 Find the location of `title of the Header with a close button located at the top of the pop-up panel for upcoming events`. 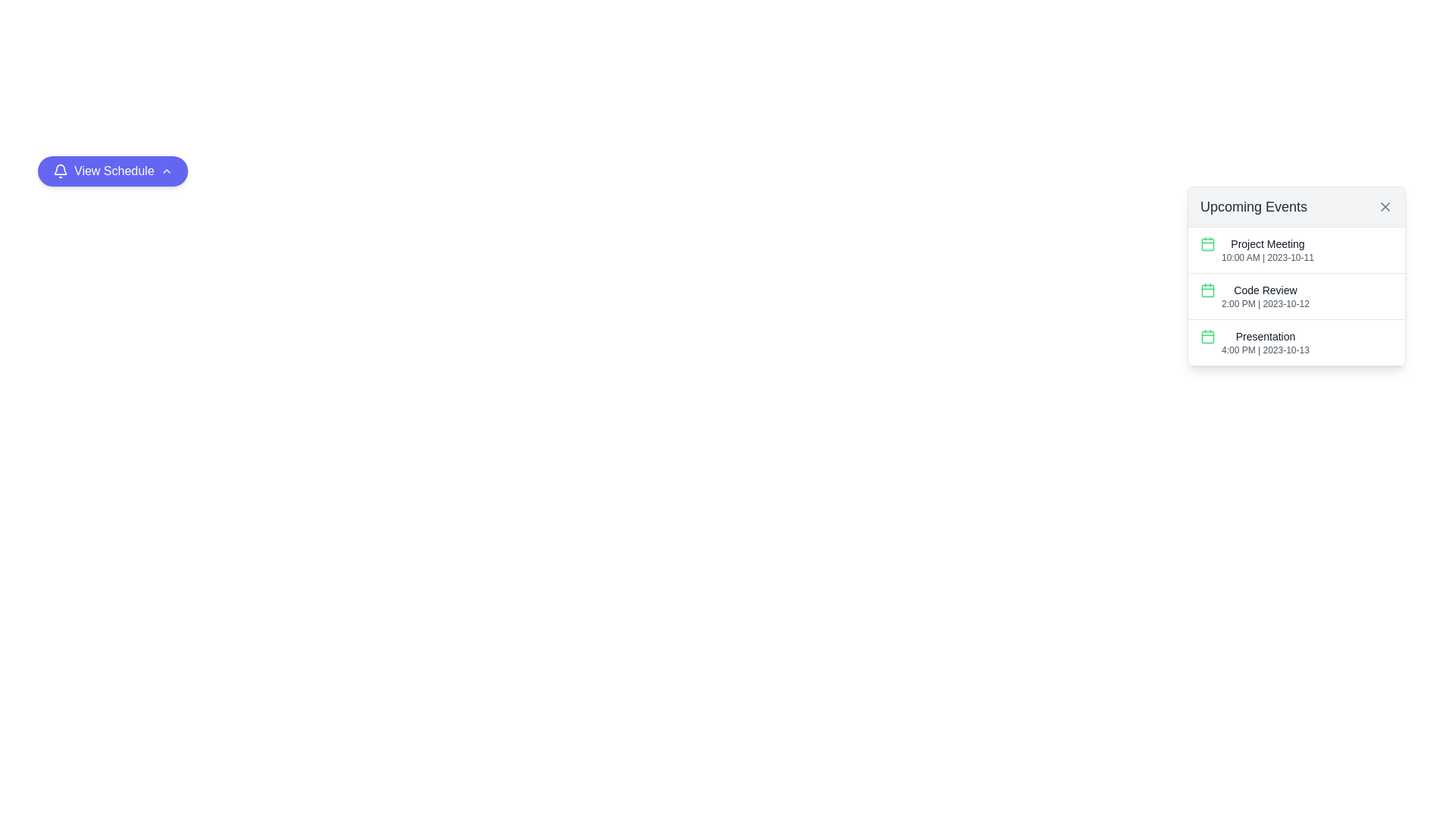

title of the Header with a close button located at the top of the pop-up panel for upcoming events is located at coordinates (1295, 207).